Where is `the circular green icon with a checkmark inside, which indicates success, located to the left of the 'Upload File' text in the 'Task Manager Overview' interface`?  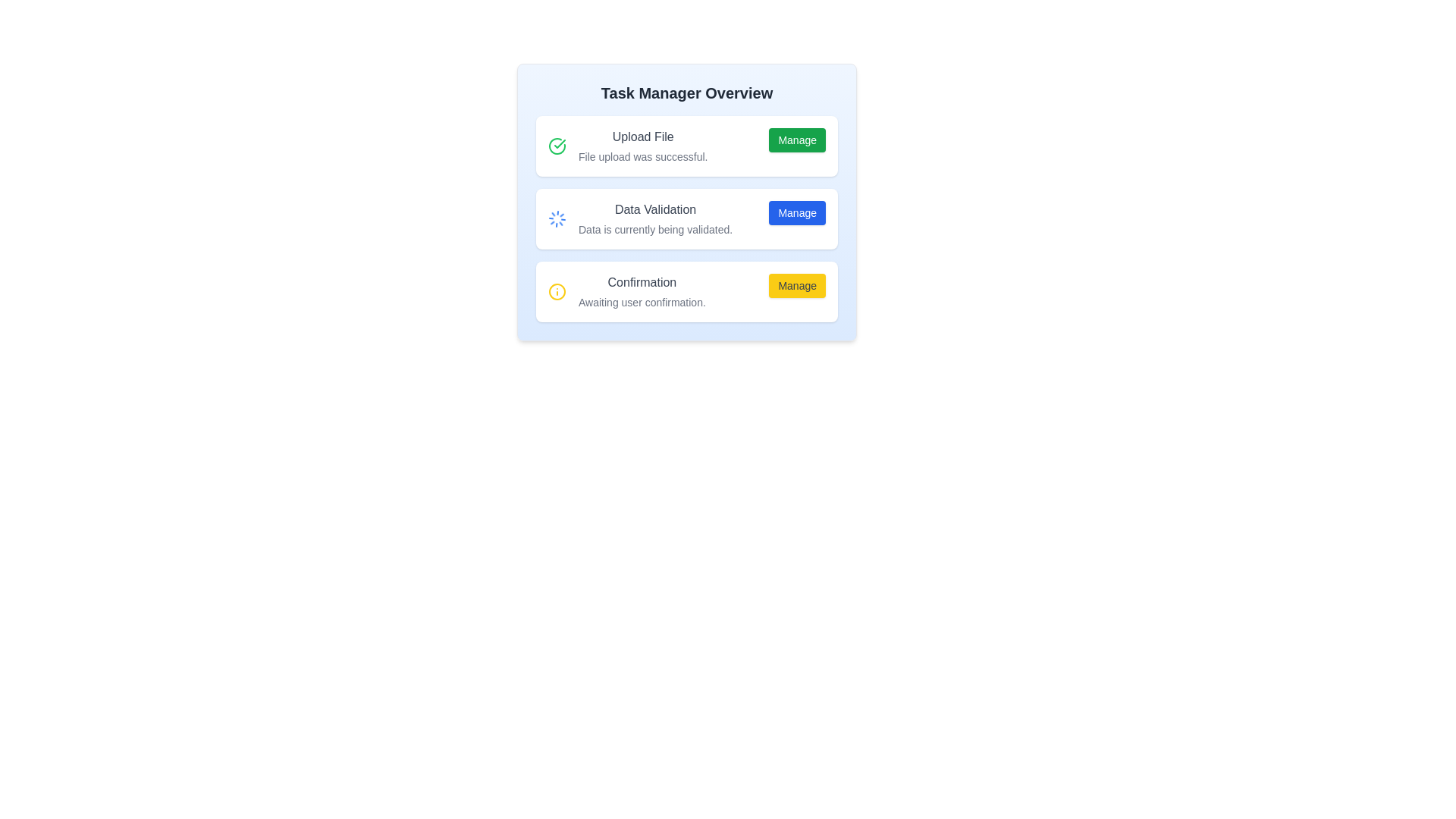 the circular green icon with a checkmark inside, which indicates success, located to the left of the 'Upload File' text in the 'Task Manager Overview' interface is located at coordinates (556, 146).